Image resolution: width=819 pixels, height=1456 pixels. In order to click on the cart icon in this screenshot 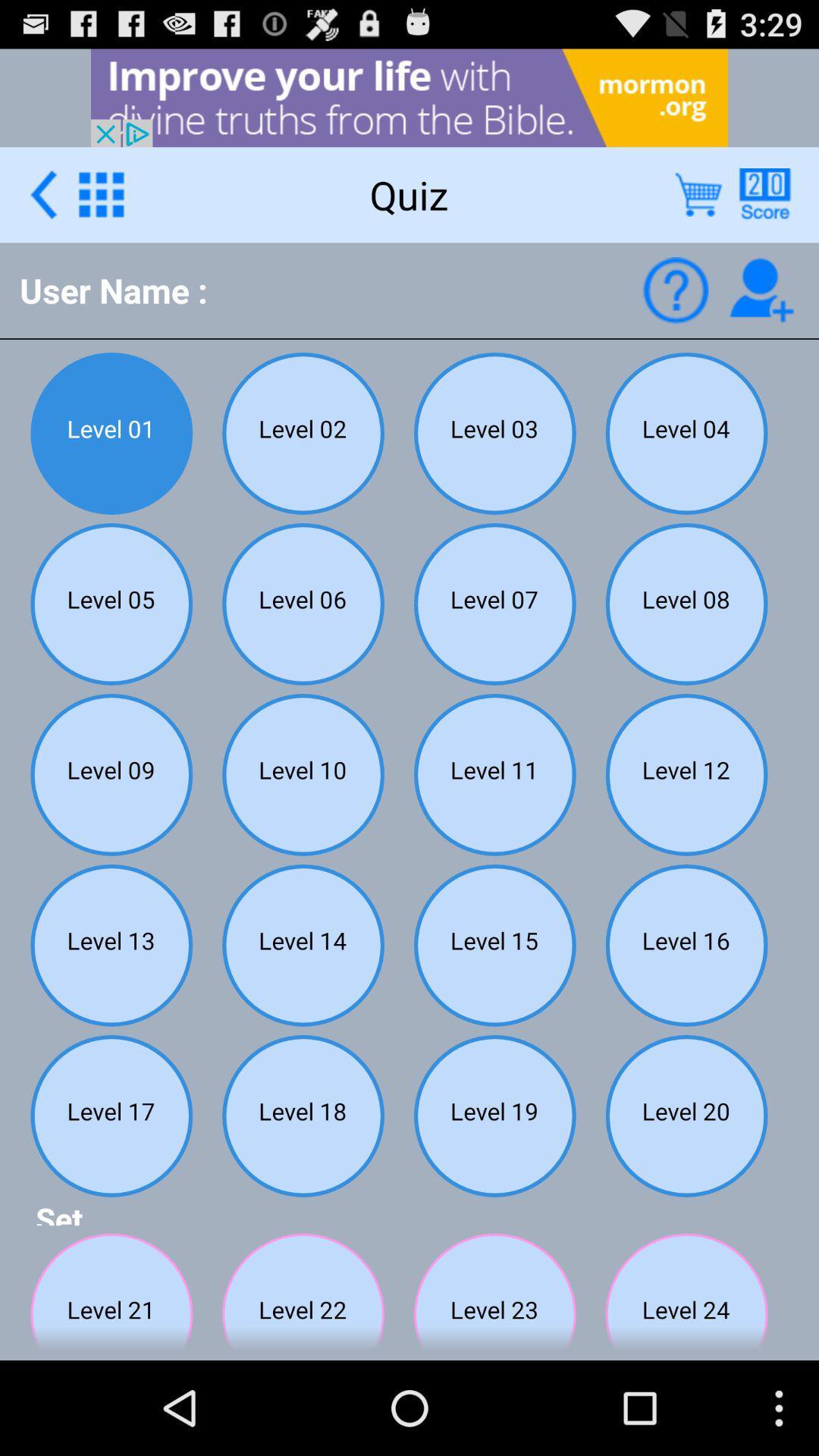, I will do `click(698, 207)`.